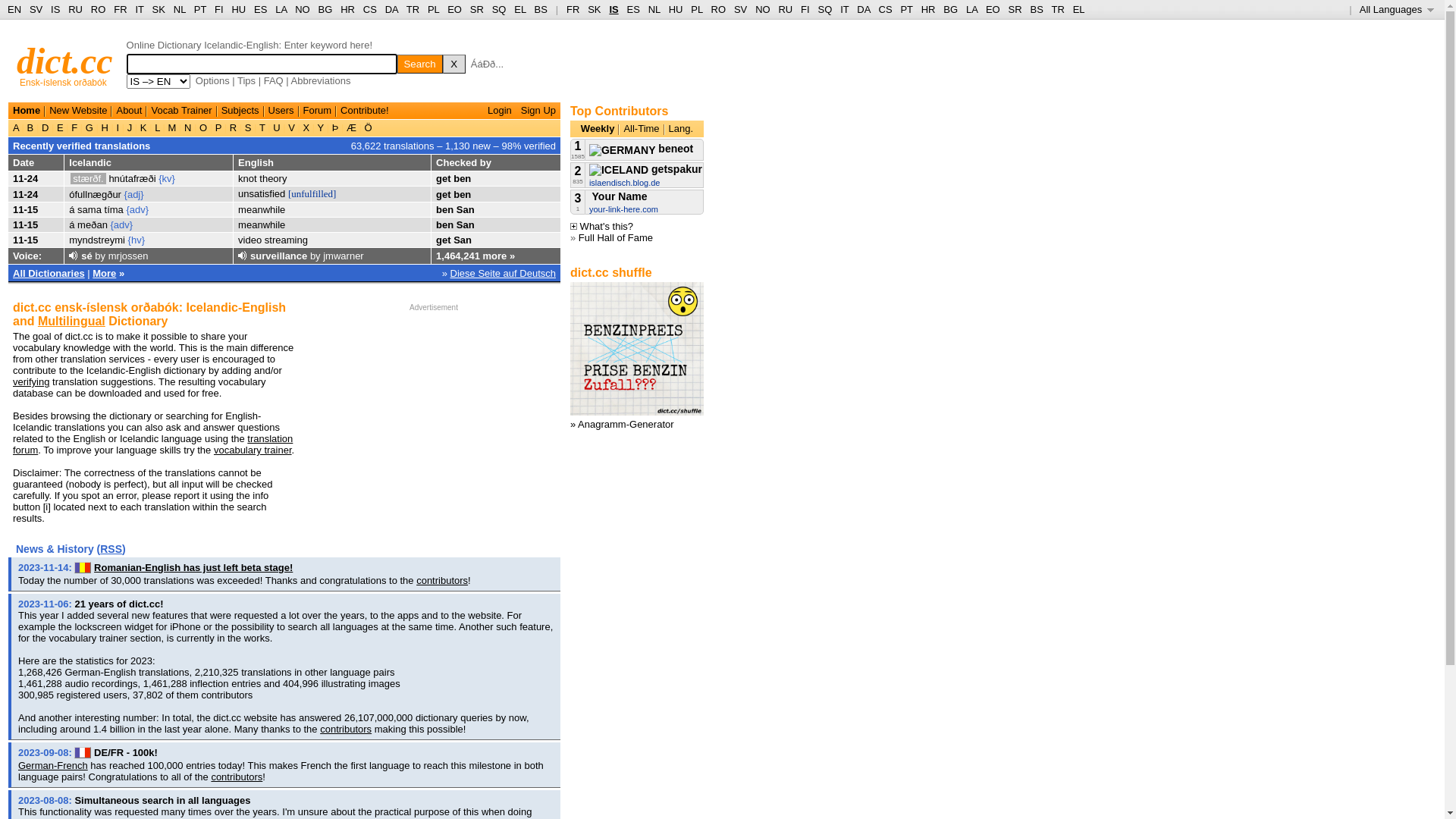  I want to click on 'FAQ', so click(273, 80).